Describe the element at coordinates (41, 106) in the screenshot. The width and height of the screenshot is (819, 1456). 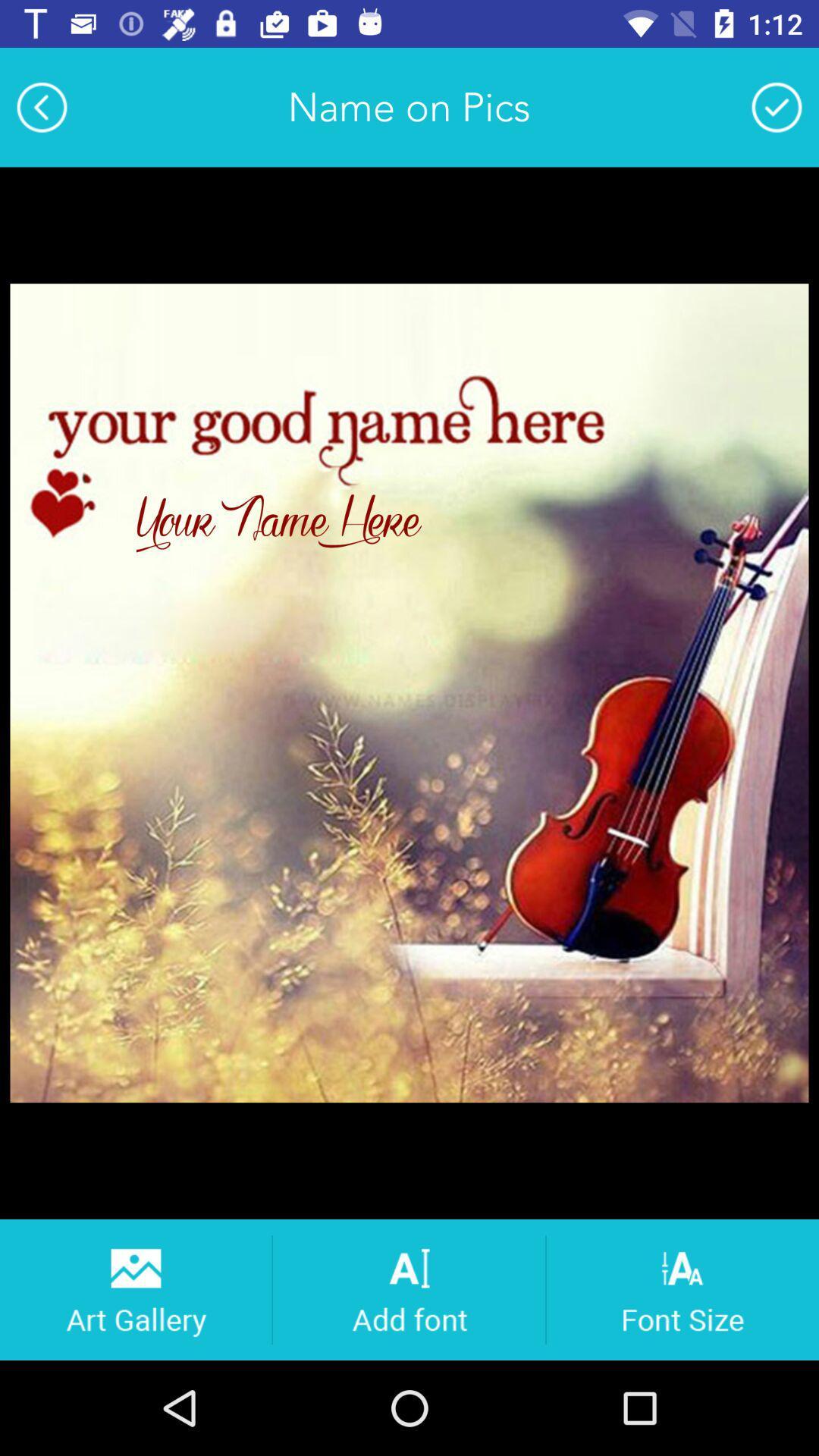
I see `the item at the top left corner` at that location.